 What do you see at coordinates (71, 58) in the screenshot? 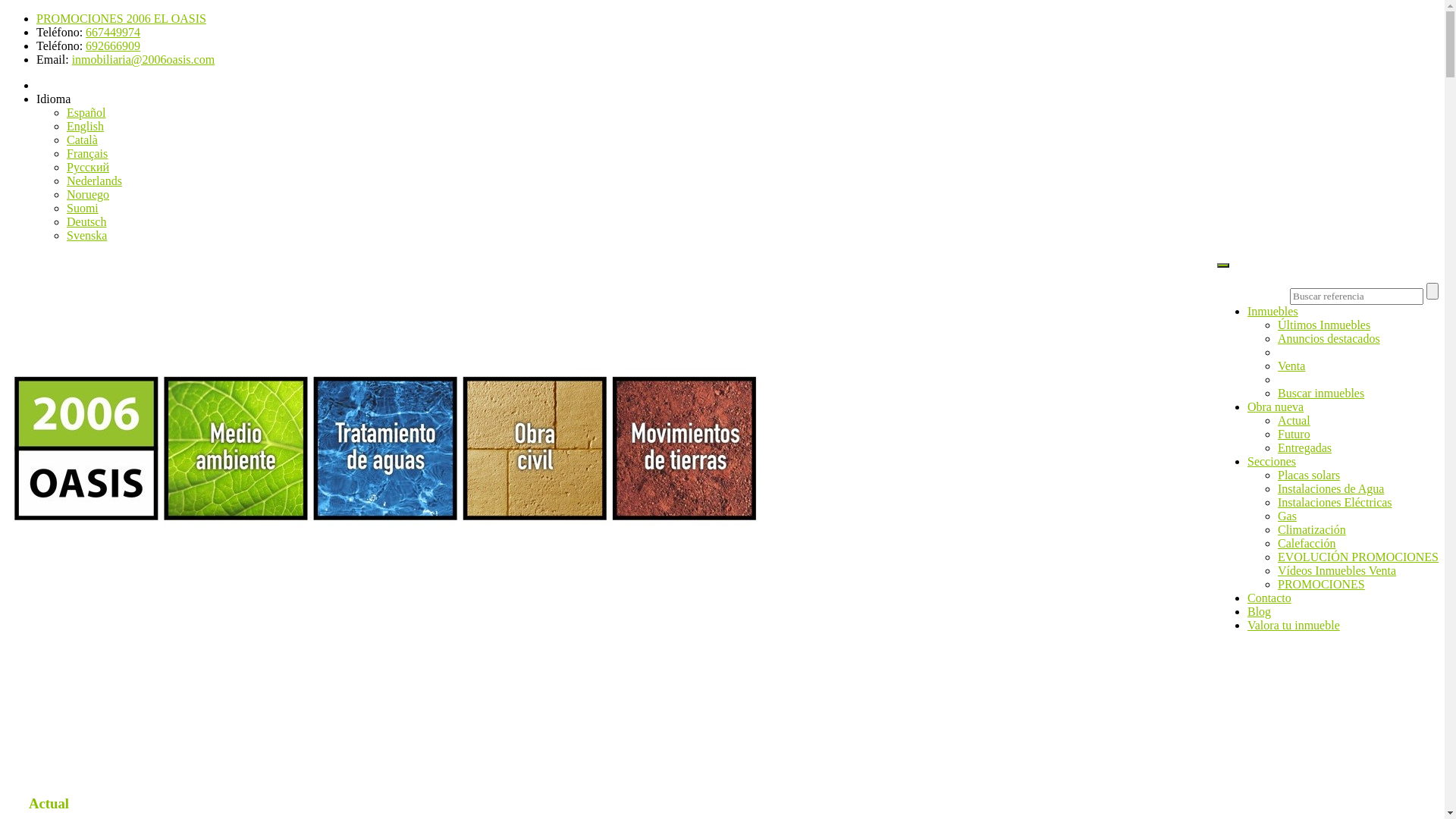
I see `'inmobiliaria@2006oasis.com'` at bounding box center [71, 58].